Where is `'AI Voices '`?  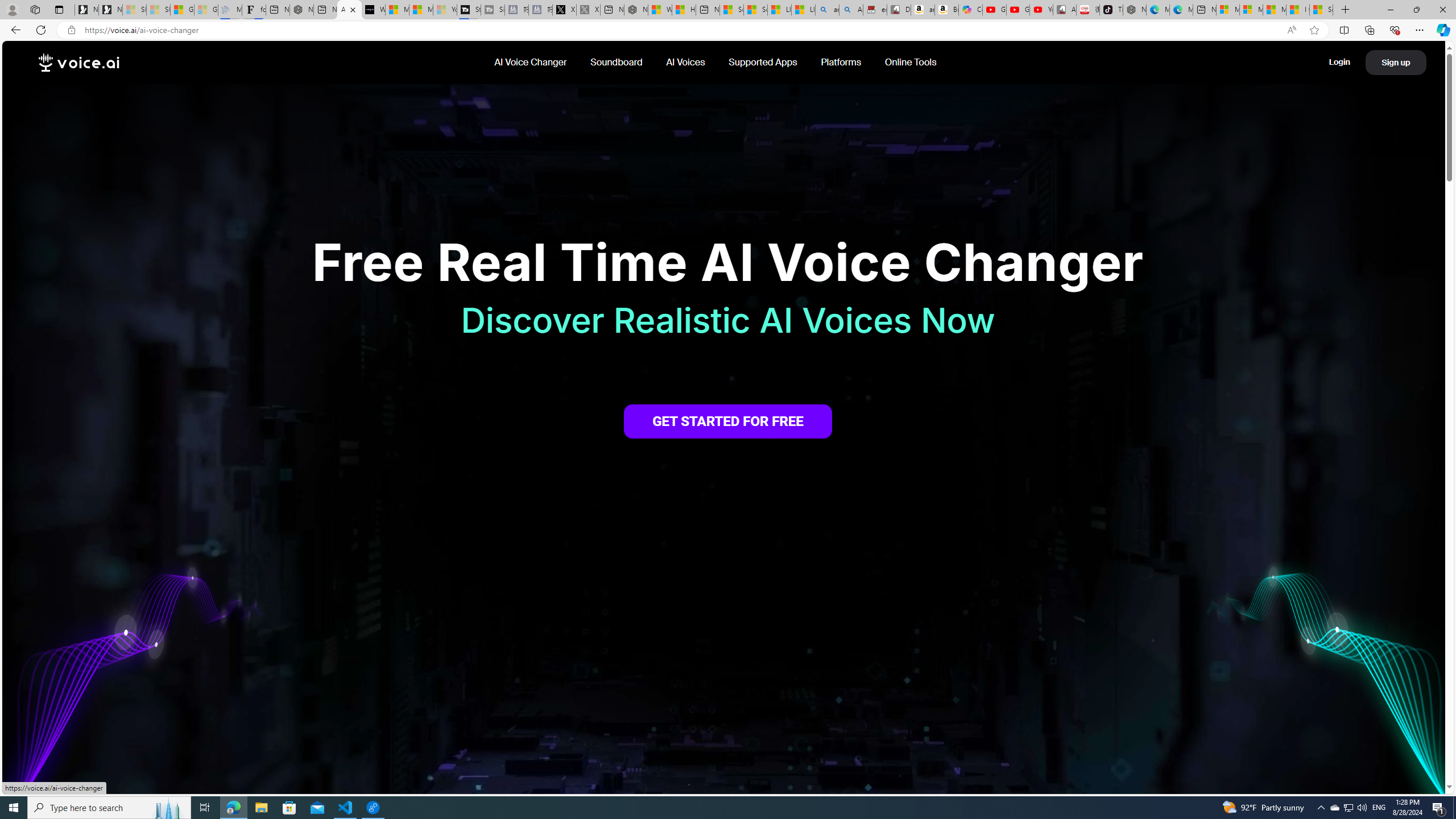 'AI Voices ' is located at coordinates (686, 61).